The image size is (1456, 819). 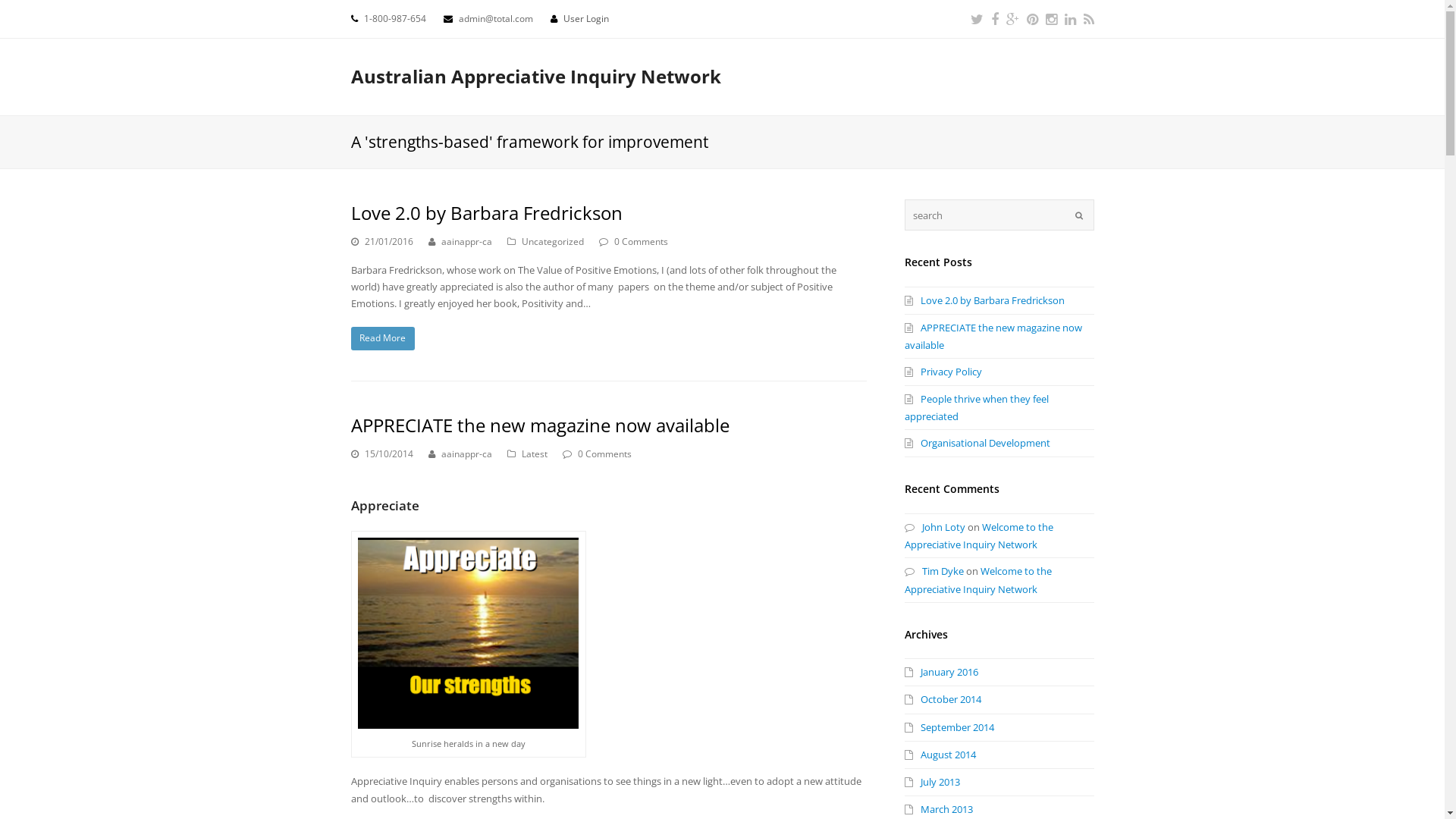 What do you see at coordinates (993, 18) in the screenshot?
I see `'Facebook'` at bounding box center [993, 18].